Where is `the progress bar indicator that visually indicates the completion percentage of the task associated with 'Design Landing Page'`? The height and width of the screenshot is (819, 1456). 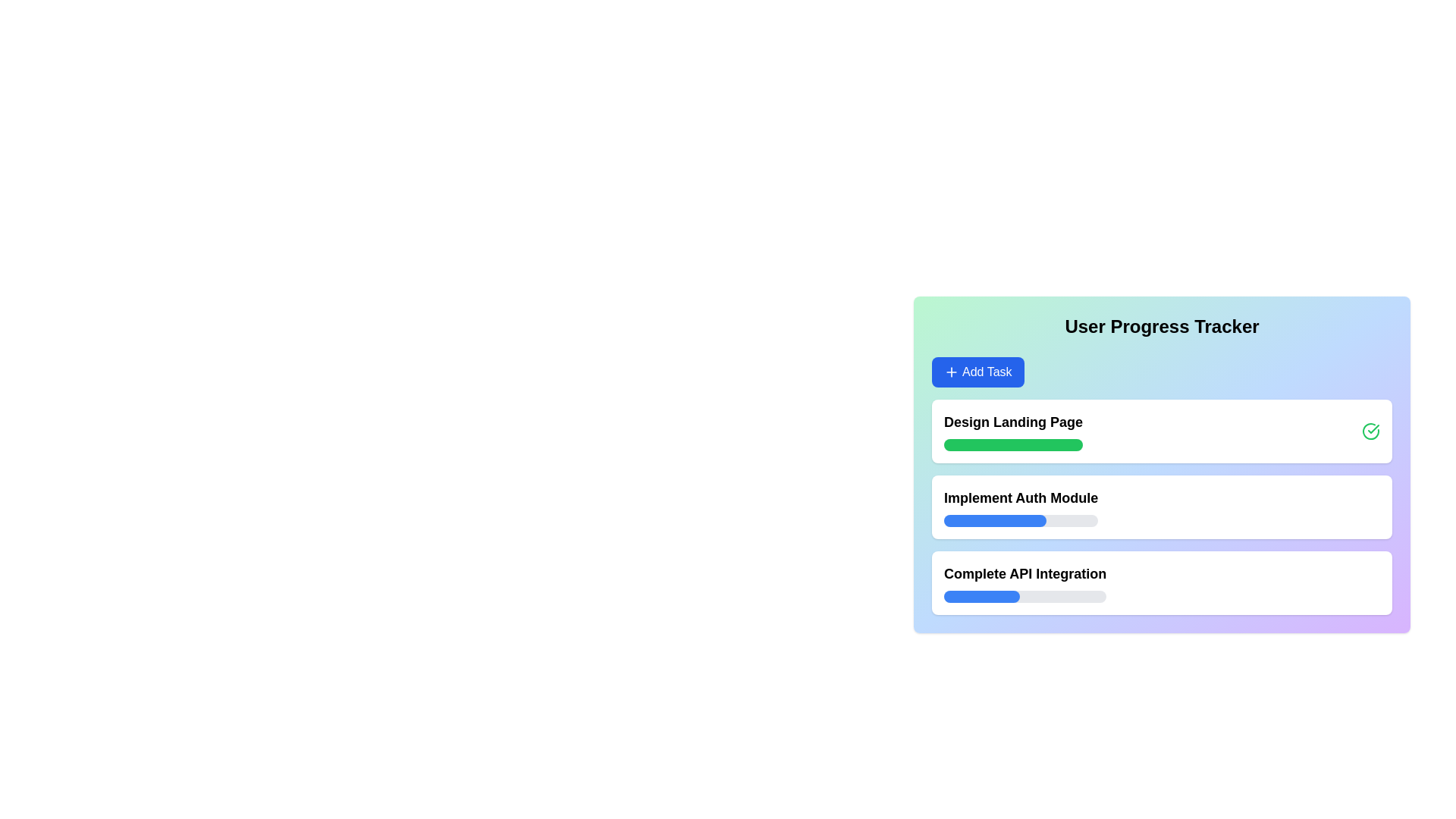 the progress bar indicator that visually indicates the completion percentage of the task associated with 'Design Landing Page' is located at coordinates (1011, 444).